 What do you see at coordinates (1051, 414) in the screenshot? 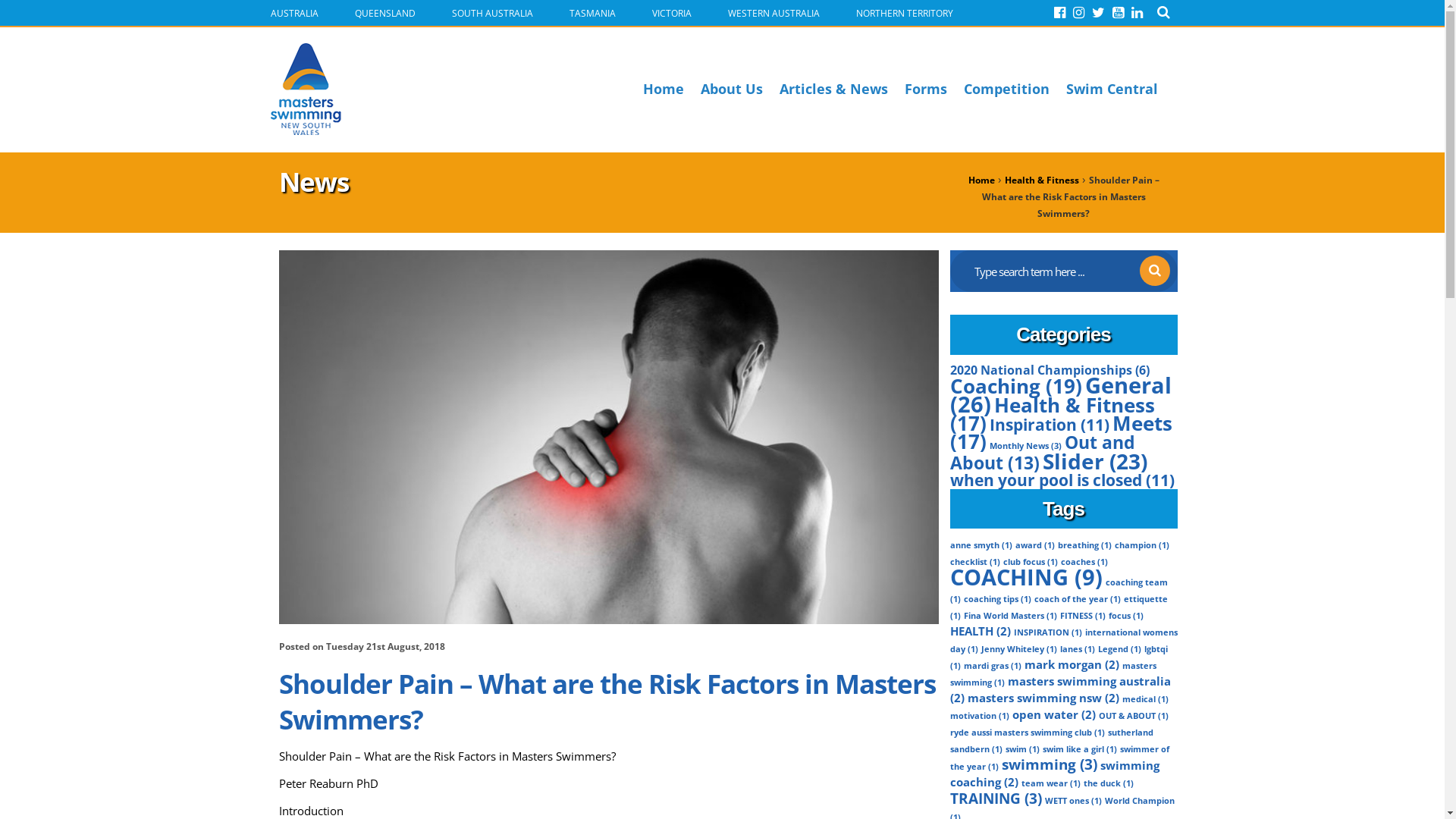
I see `'Health & Fitness (17)'` at bounding box center [1051, 414].